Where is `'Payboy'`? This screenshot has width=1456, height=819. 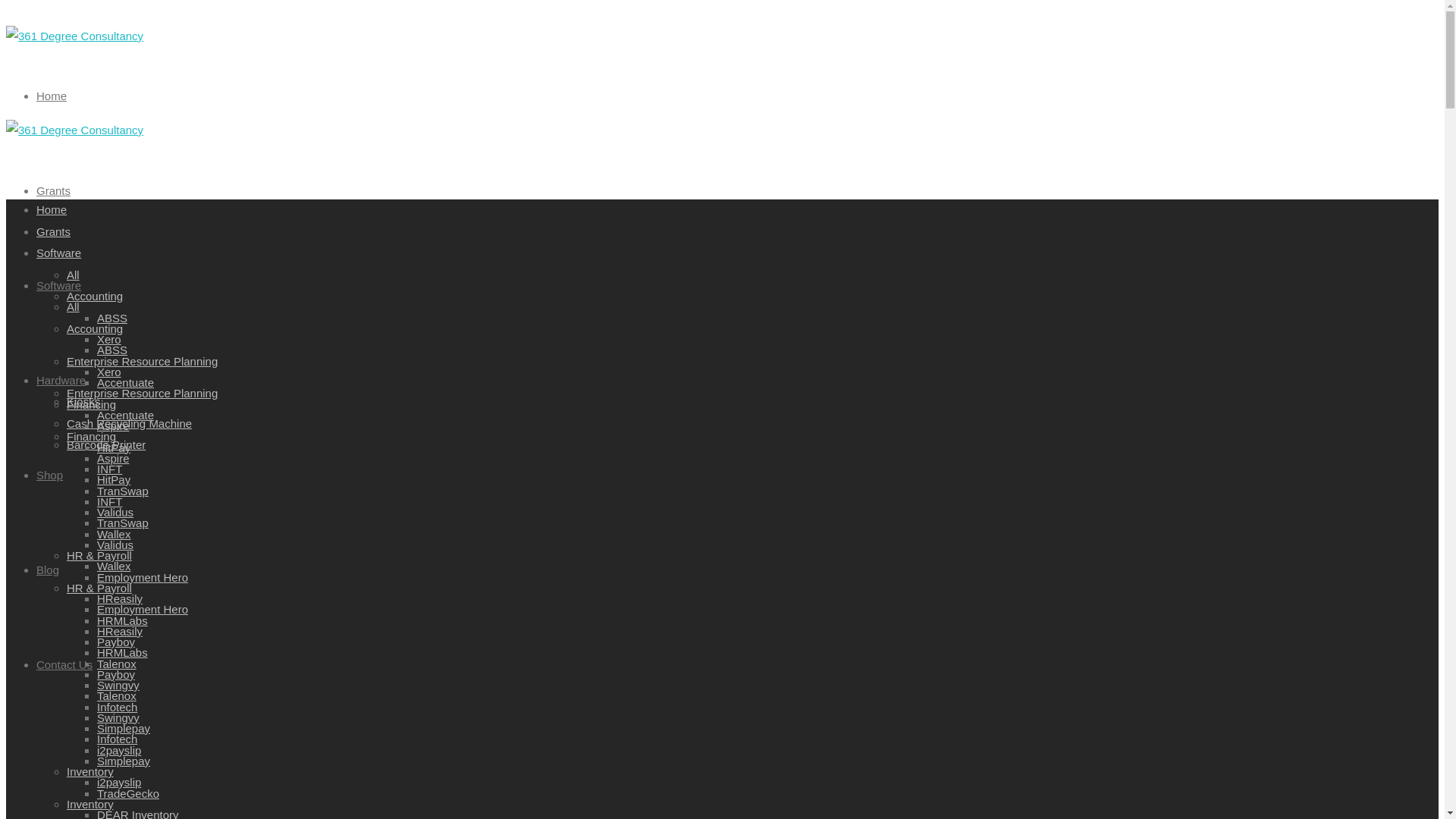 'Payboy' is located at coordinates (115, 673).